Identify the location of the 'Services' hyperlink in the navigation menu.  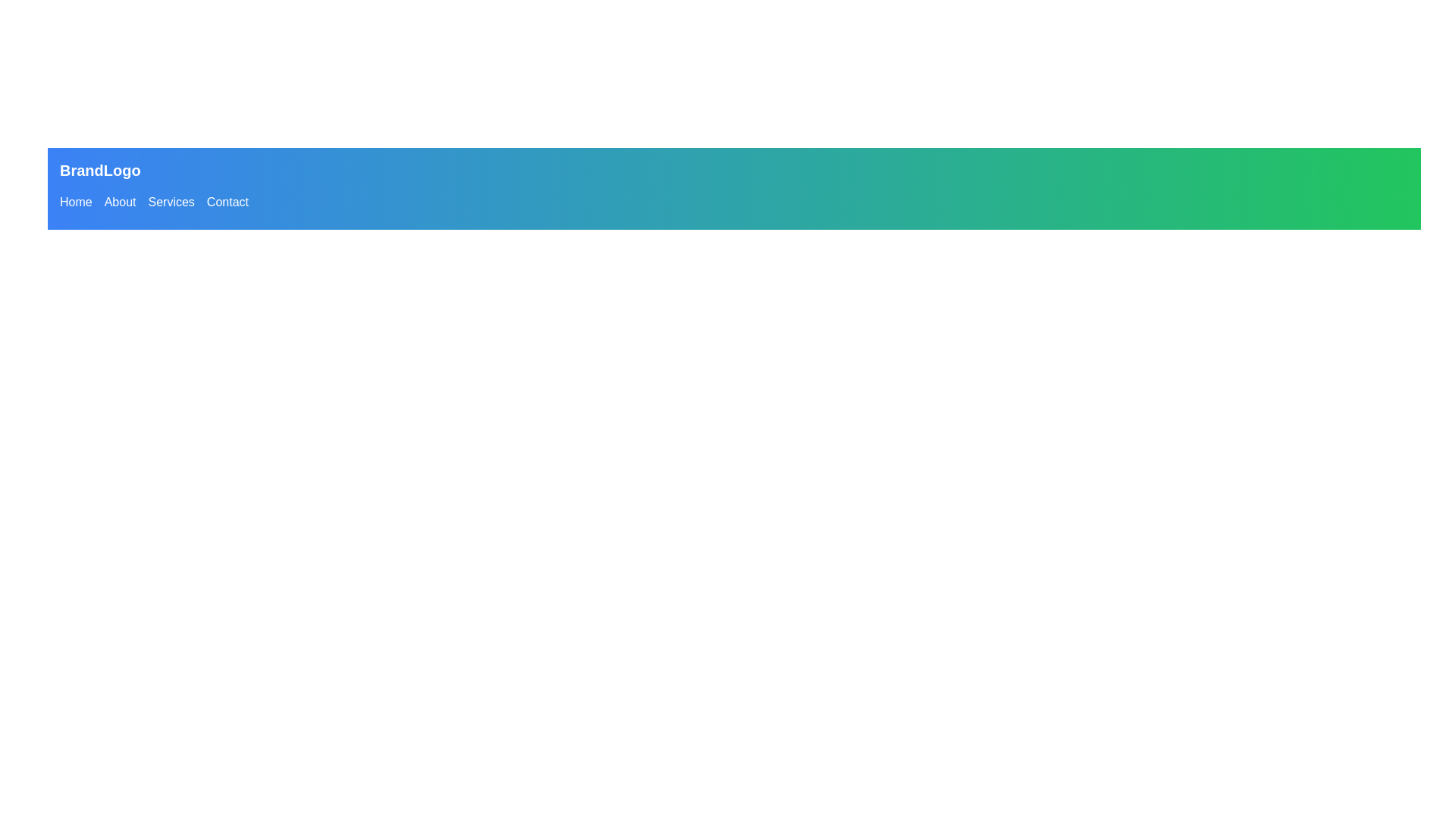
(171, 201).